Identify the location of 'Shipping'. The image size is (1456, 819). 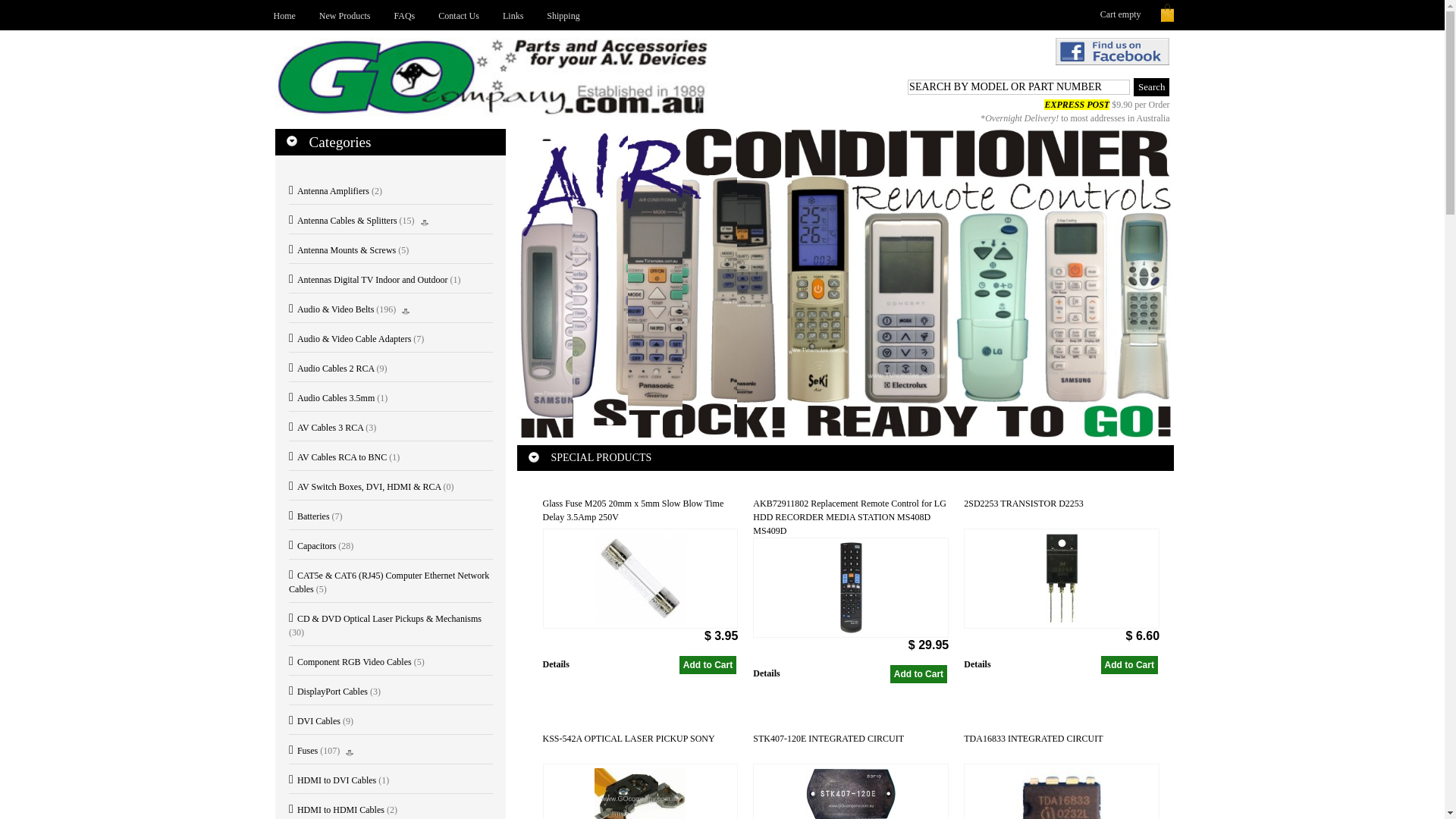
(562, 14).